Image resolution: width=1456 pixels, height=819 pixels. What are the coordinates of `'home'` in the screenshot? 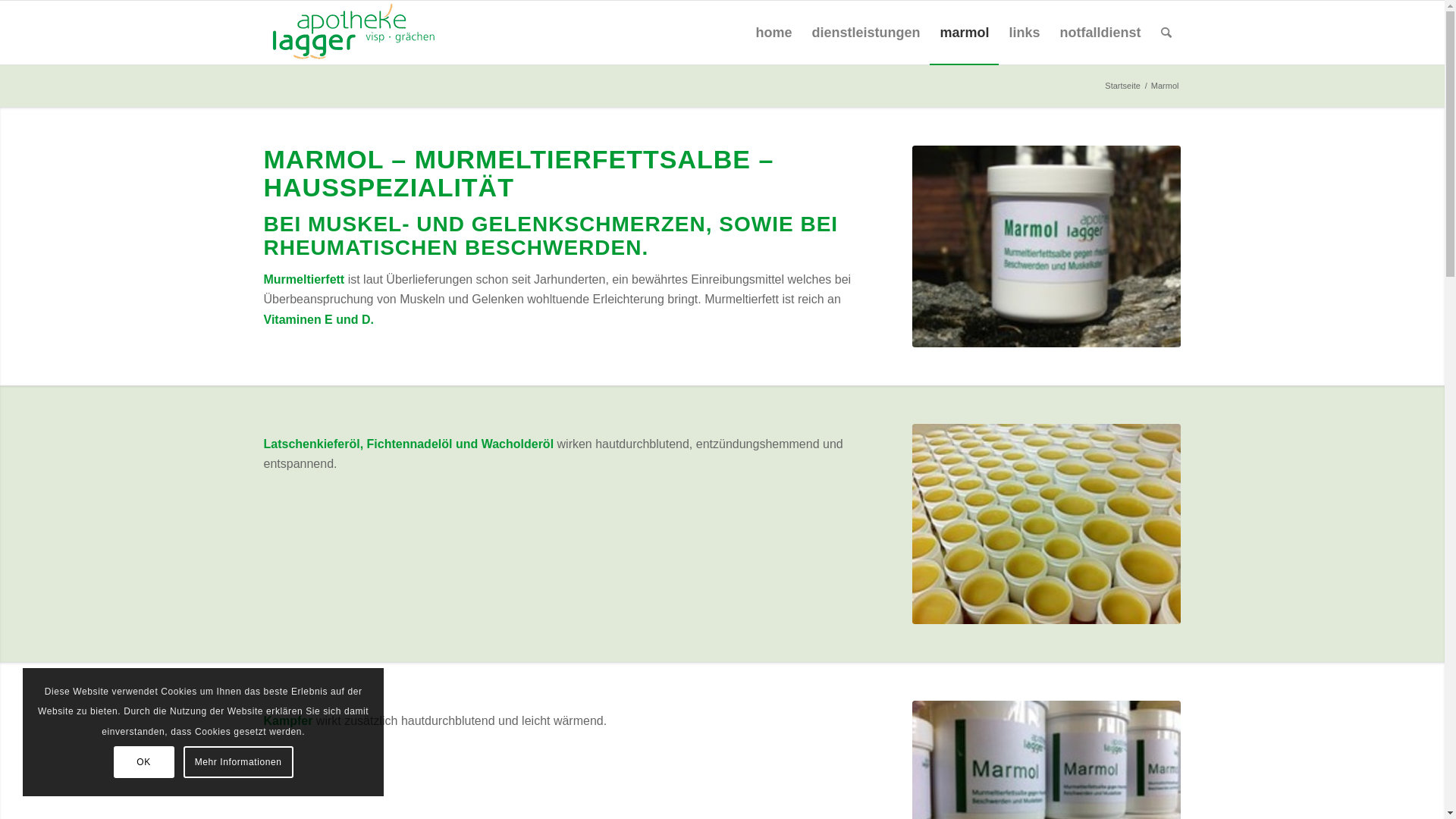 It's located at (773, 32).